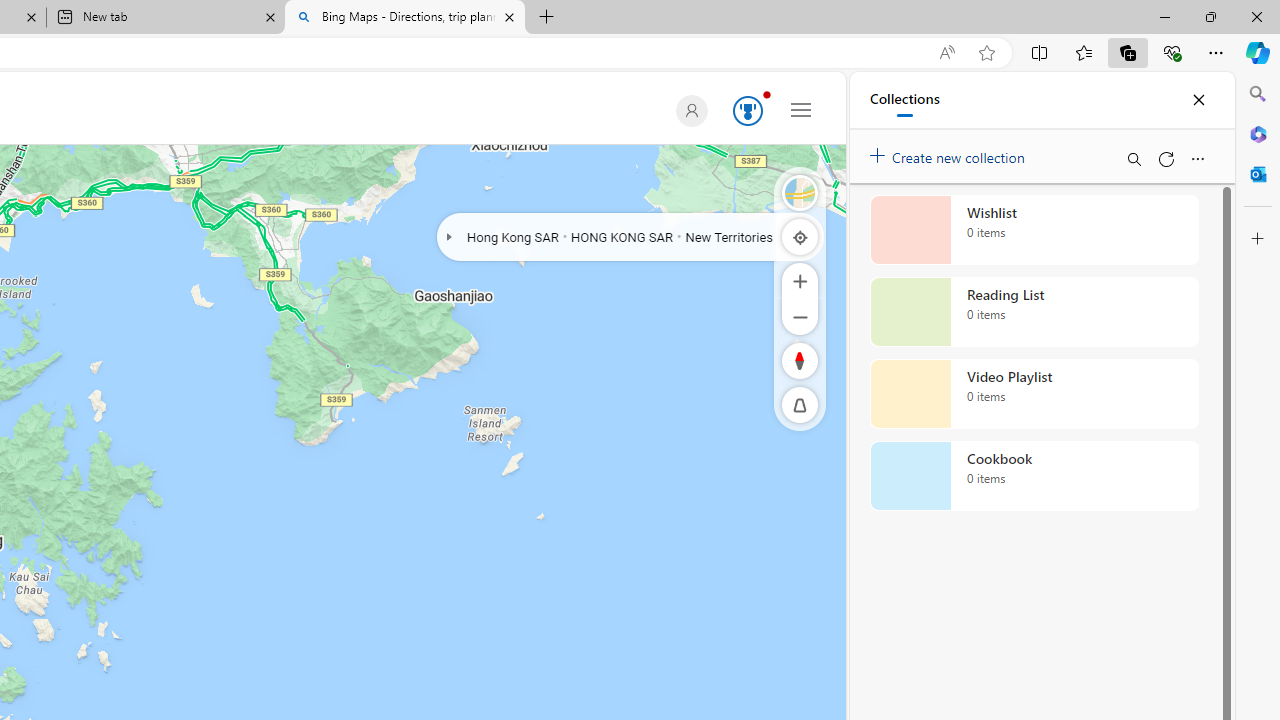 This screenshot has width=1280, height=720. What do you see at coordinates (950, 152) in the screenshot?
I see `'Create new collection'` at bounding box center [950, 152].